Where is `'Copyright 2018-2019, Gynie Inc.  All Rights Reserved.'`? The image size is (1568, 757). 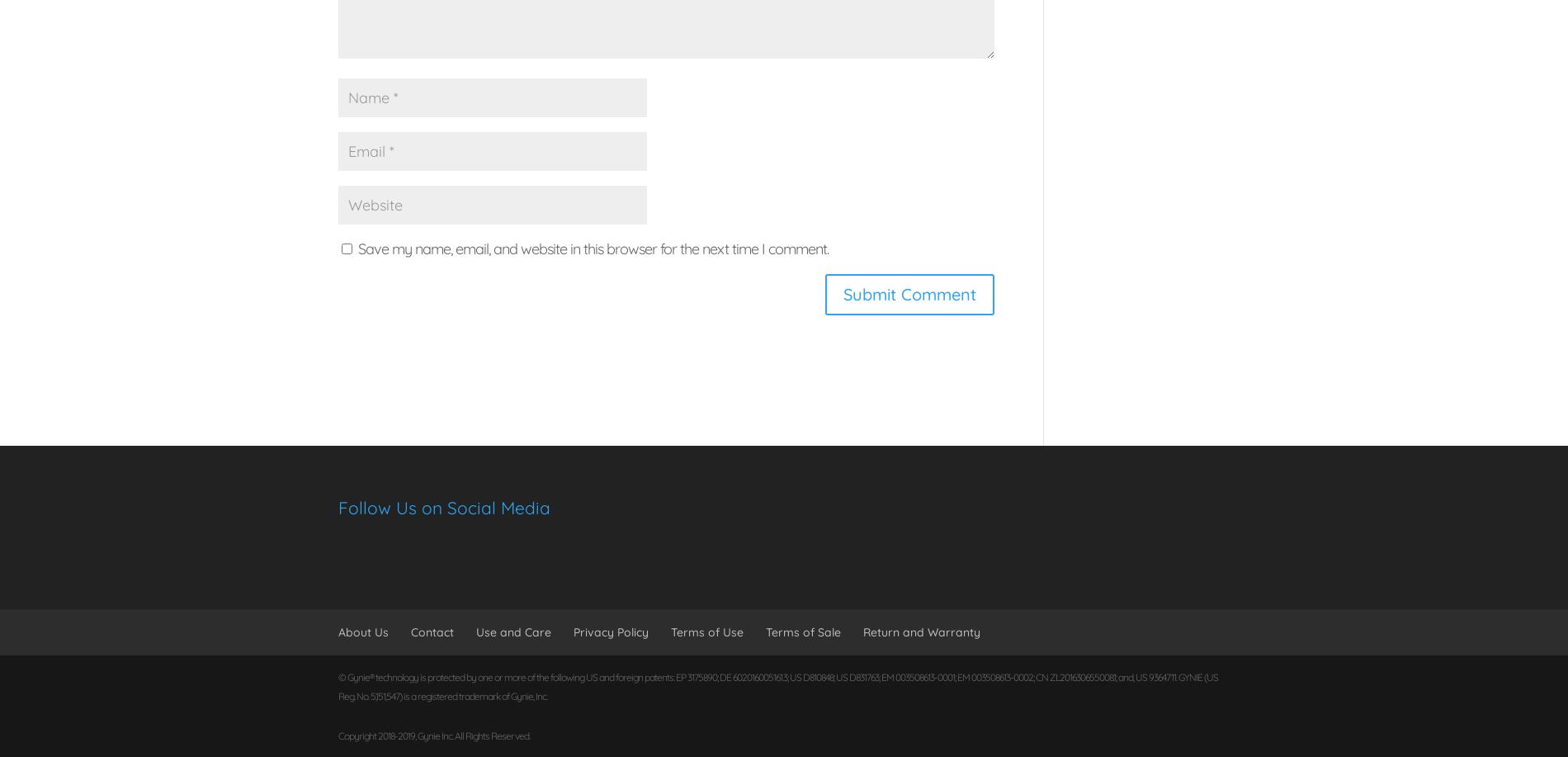
'Copyright 2018-2019, Gynie Inc.  All Rights Reserved.' is located at coordinates (433, 735).